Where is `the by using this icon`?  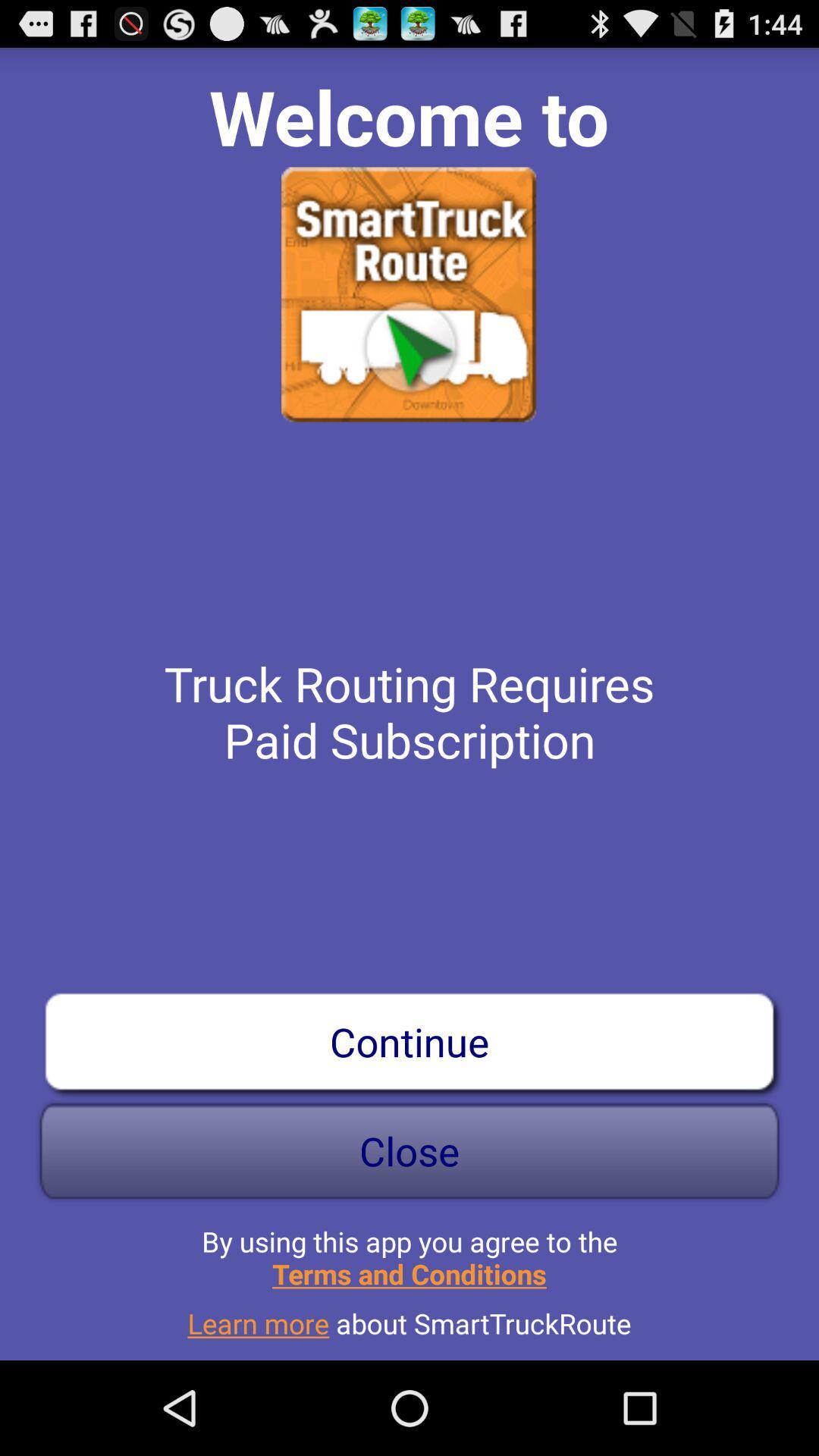
the by using this icon is located at coordinates (409, 1251).